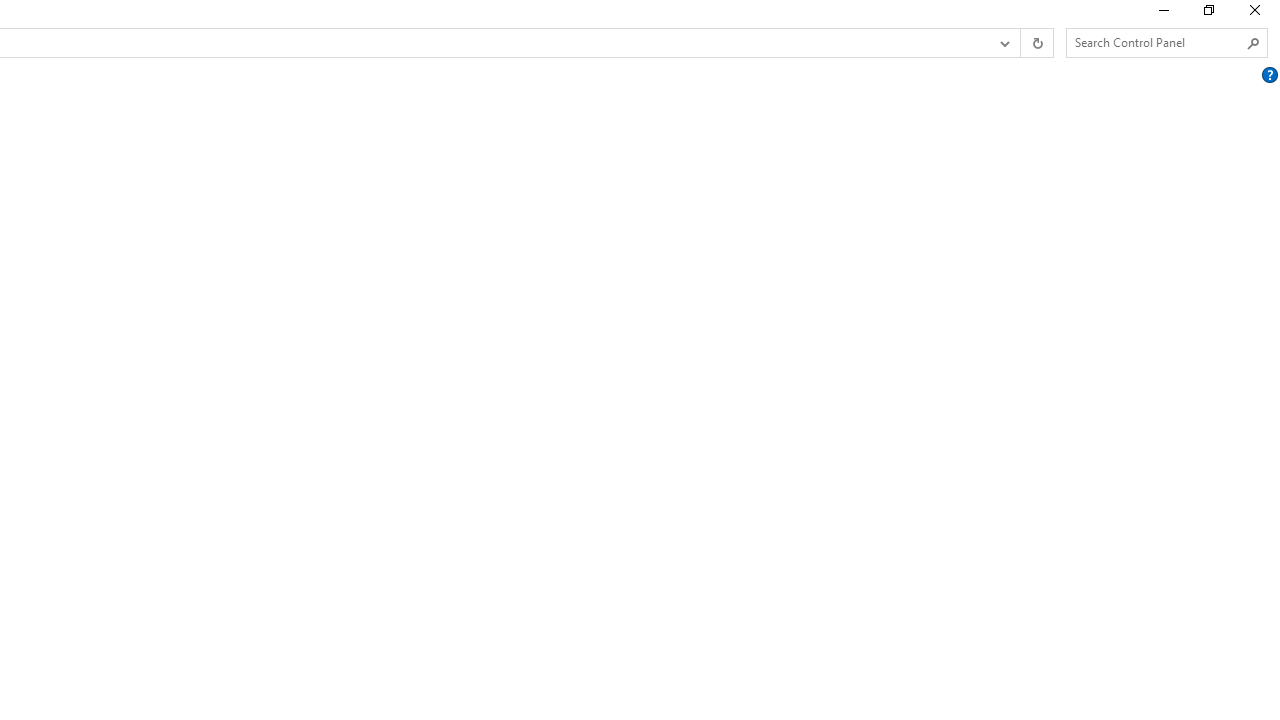  Describe the element at coordinates (1036, 43) in the screenshot. I see `'Refresh "File History" (F5)'` at that location.